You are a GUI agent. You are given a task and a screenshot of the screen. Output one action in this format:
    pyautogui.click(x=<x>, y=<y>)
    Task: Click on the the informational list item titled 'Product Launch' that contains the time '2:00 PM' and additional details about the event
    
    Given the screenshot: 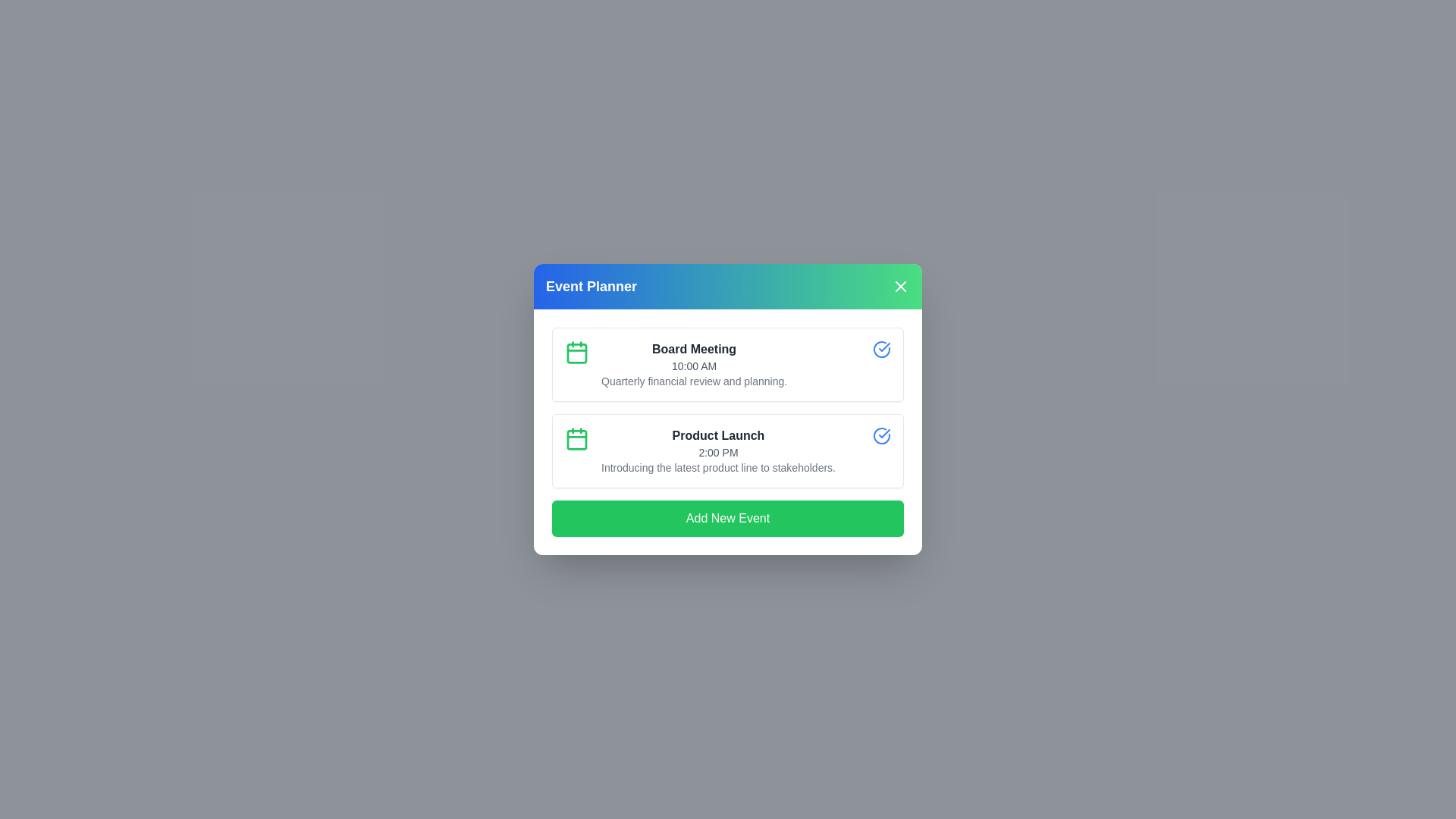 What is the action you would take?
    pyautogui.click(x=717, y=450)
    